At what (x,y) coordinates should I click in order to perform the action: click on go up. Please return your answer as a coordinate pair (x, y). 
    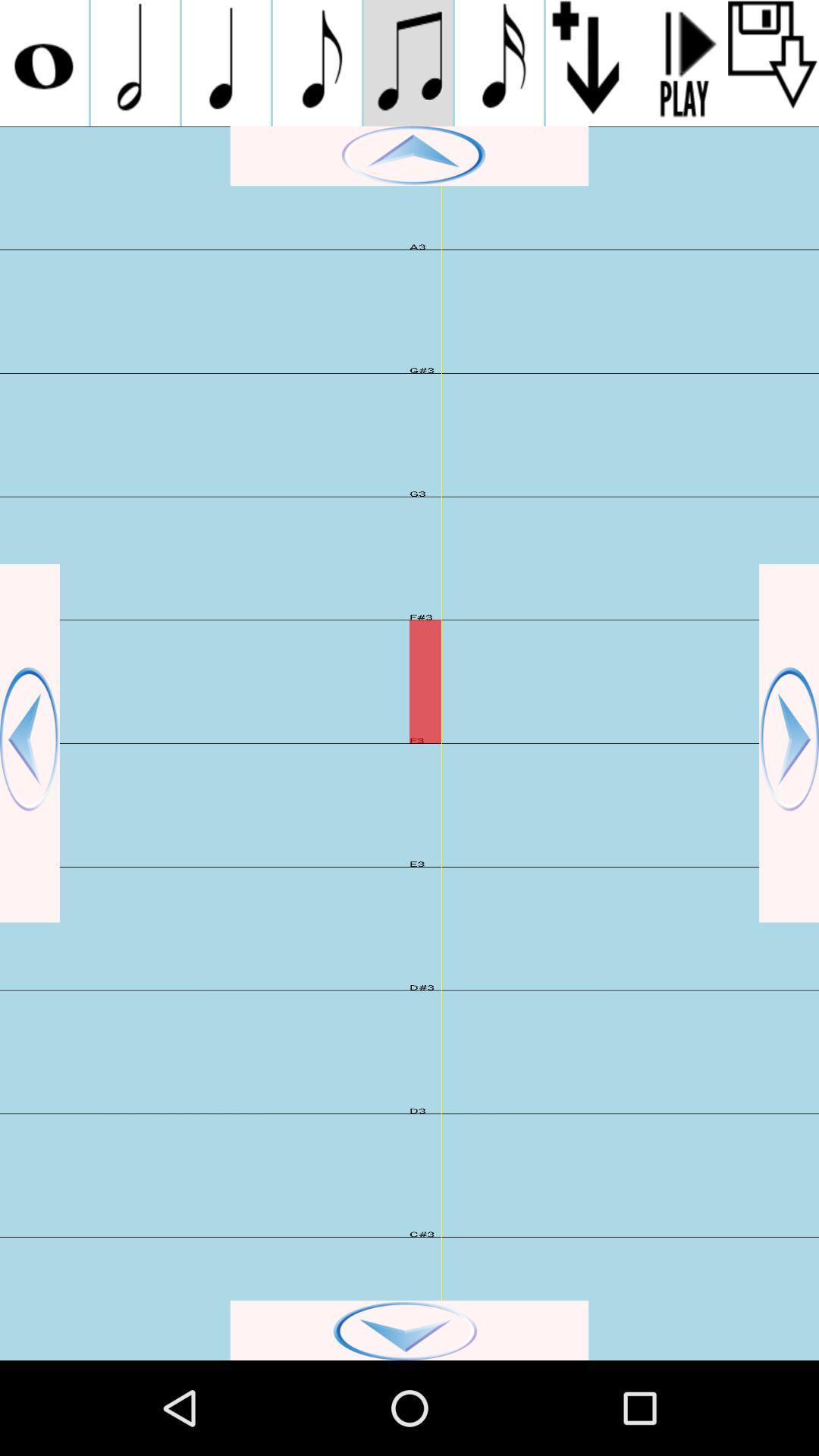
    Looking at the image, I should click on (409, 155).